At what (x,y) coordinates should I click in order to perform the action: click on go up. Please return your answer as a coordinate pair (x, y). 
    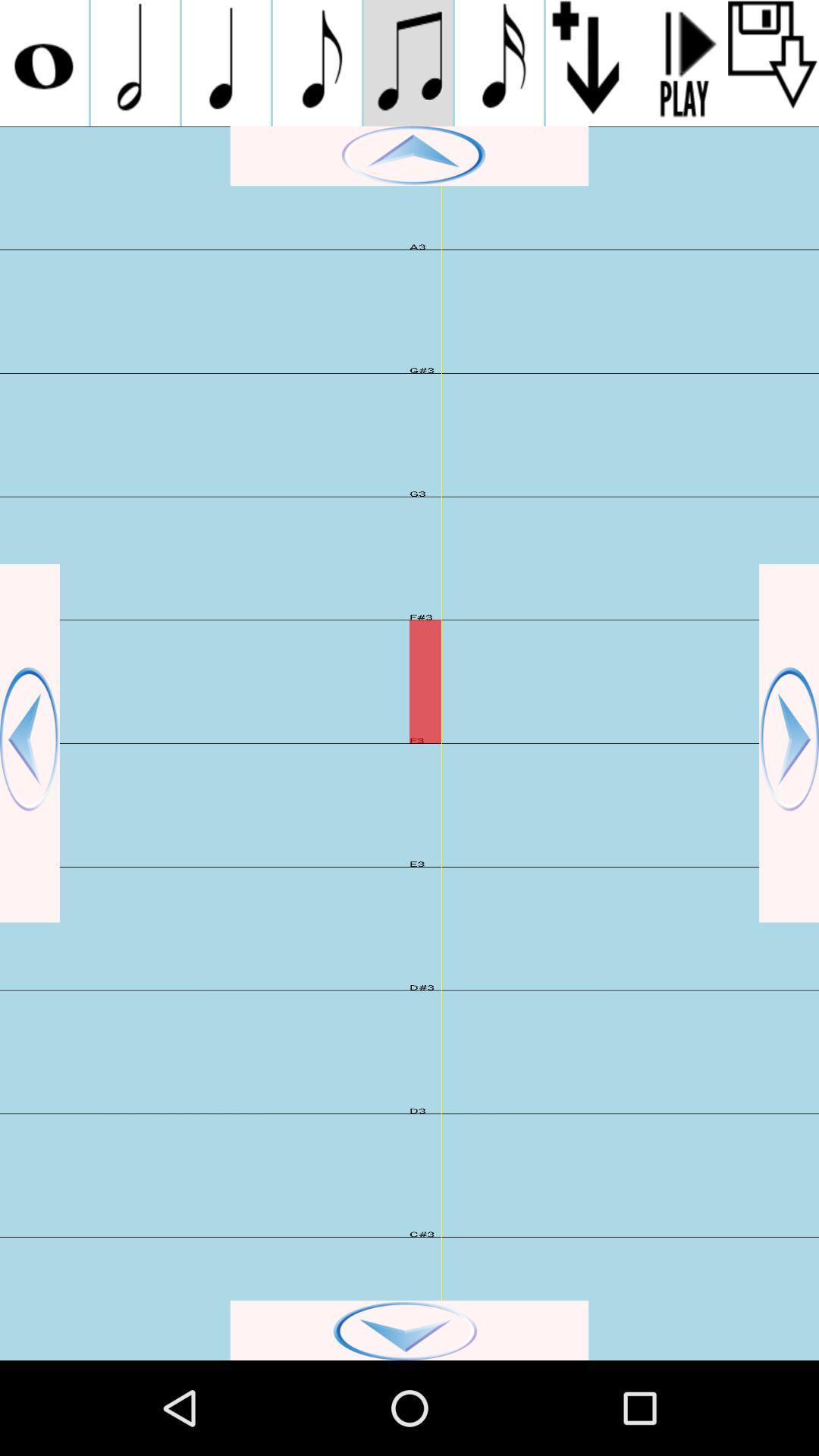
    Looking at the image, I should click on (409, 155).